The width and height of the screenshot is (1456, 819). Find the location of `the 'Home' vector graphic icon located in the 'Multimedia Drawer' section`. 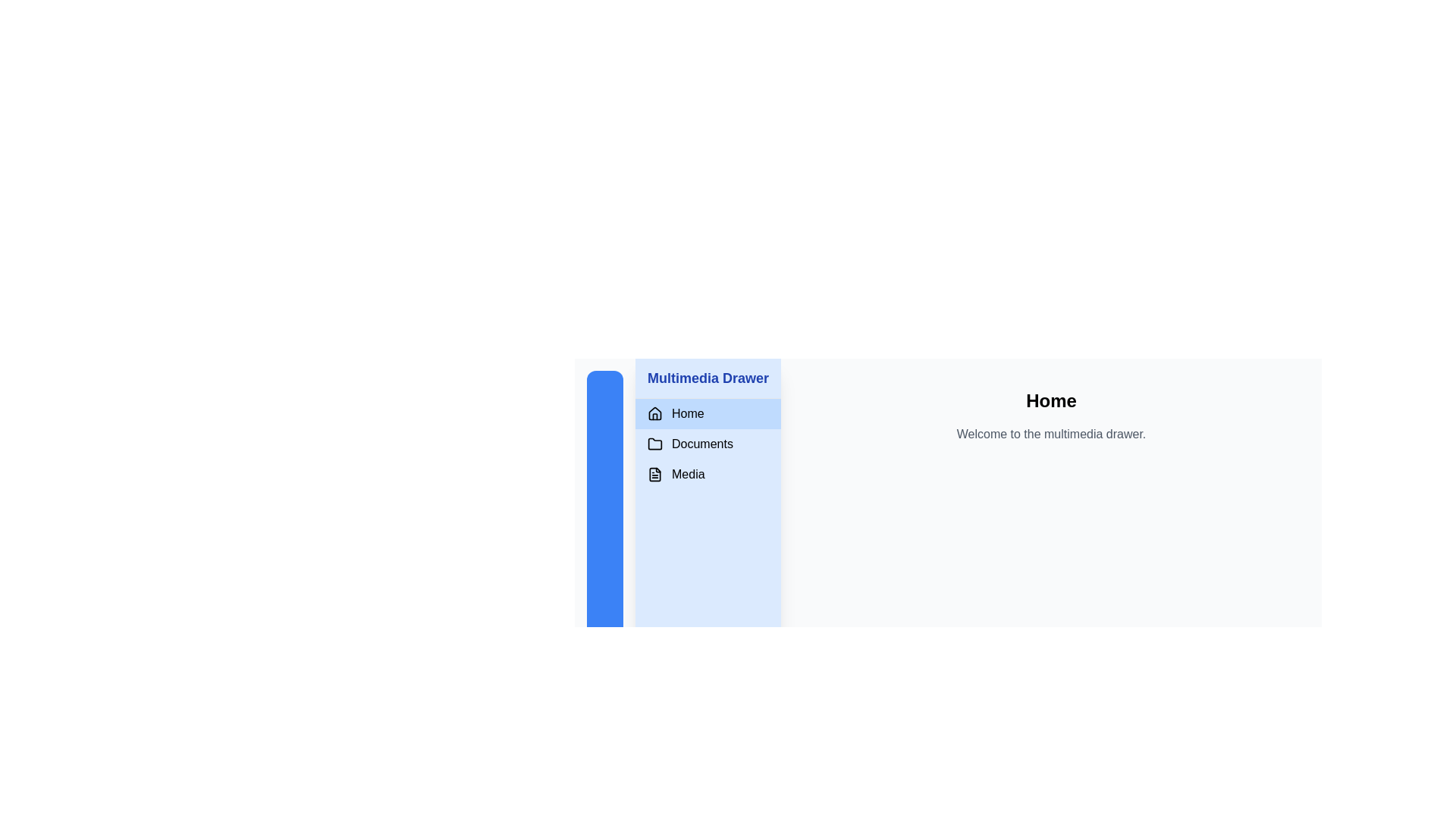

the 'Home' vector graphic icon located in the 'Multimedia Drawer' section is located at coordinates (655, 413).